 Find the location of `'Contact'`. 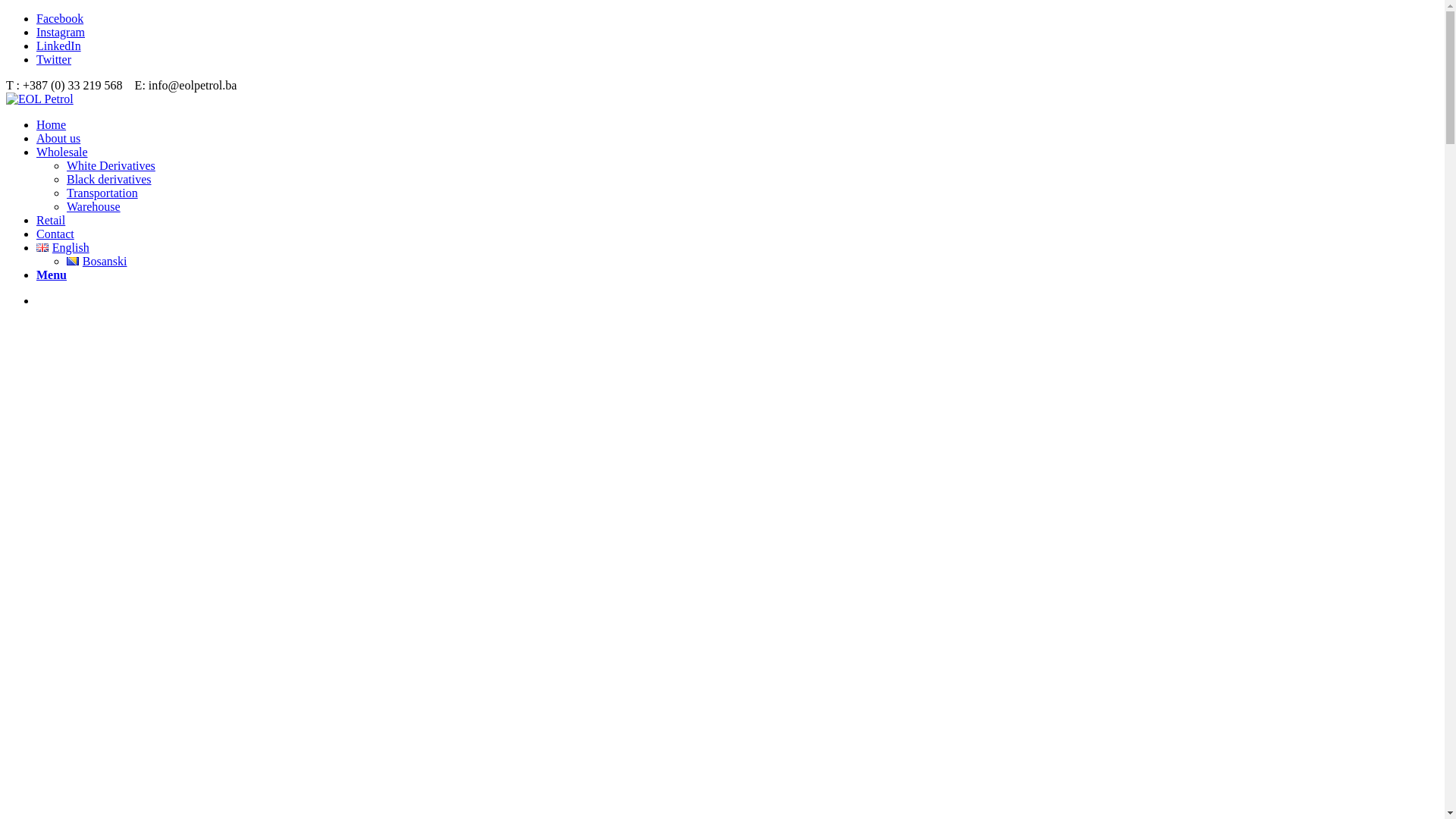

'Contact' is located at coordinates (55, 234).